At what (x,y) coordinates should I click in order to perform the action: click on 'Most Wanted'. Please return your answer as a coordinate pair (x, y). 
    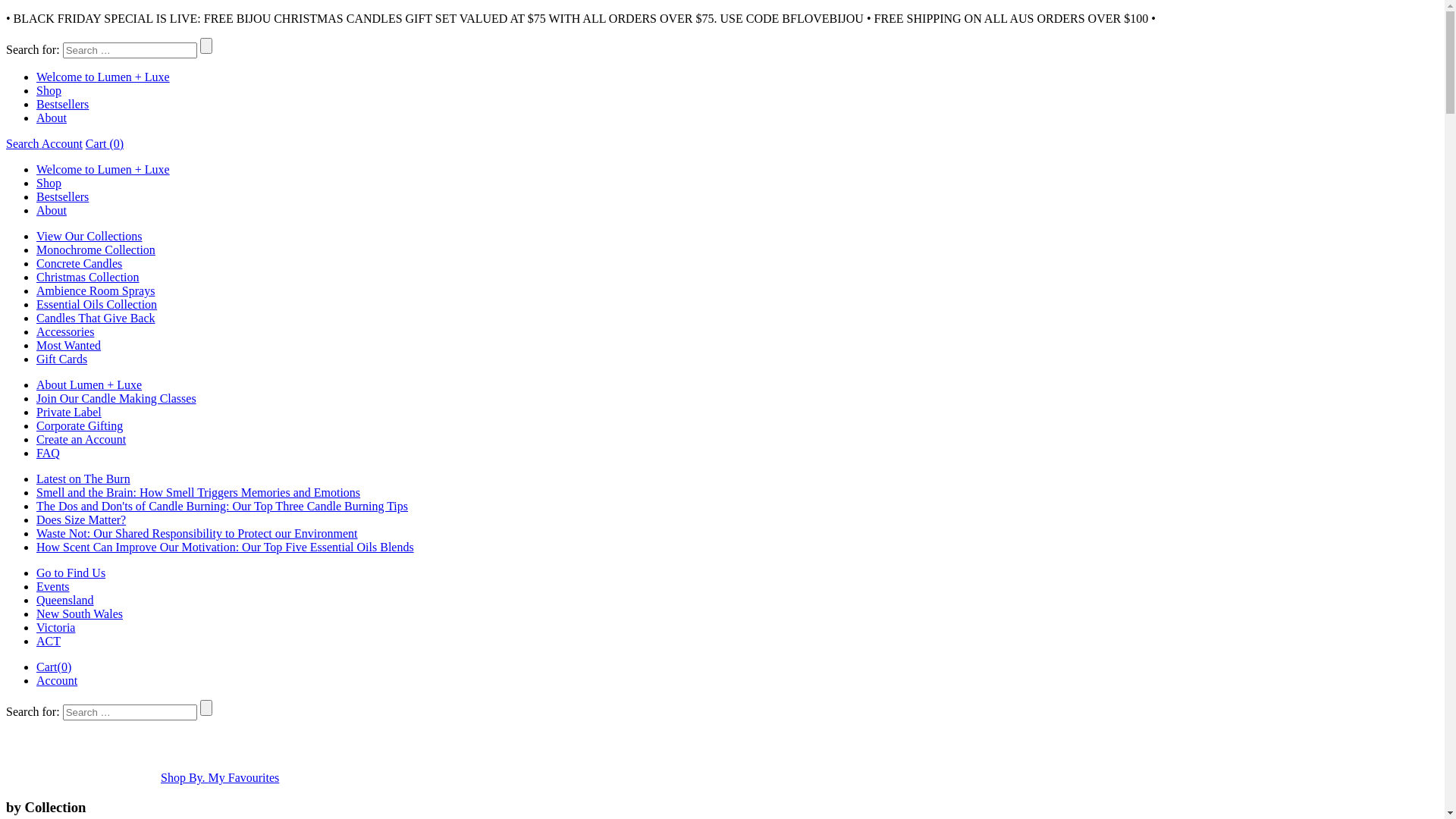
    Looking at the image, I should click on (67, 345).